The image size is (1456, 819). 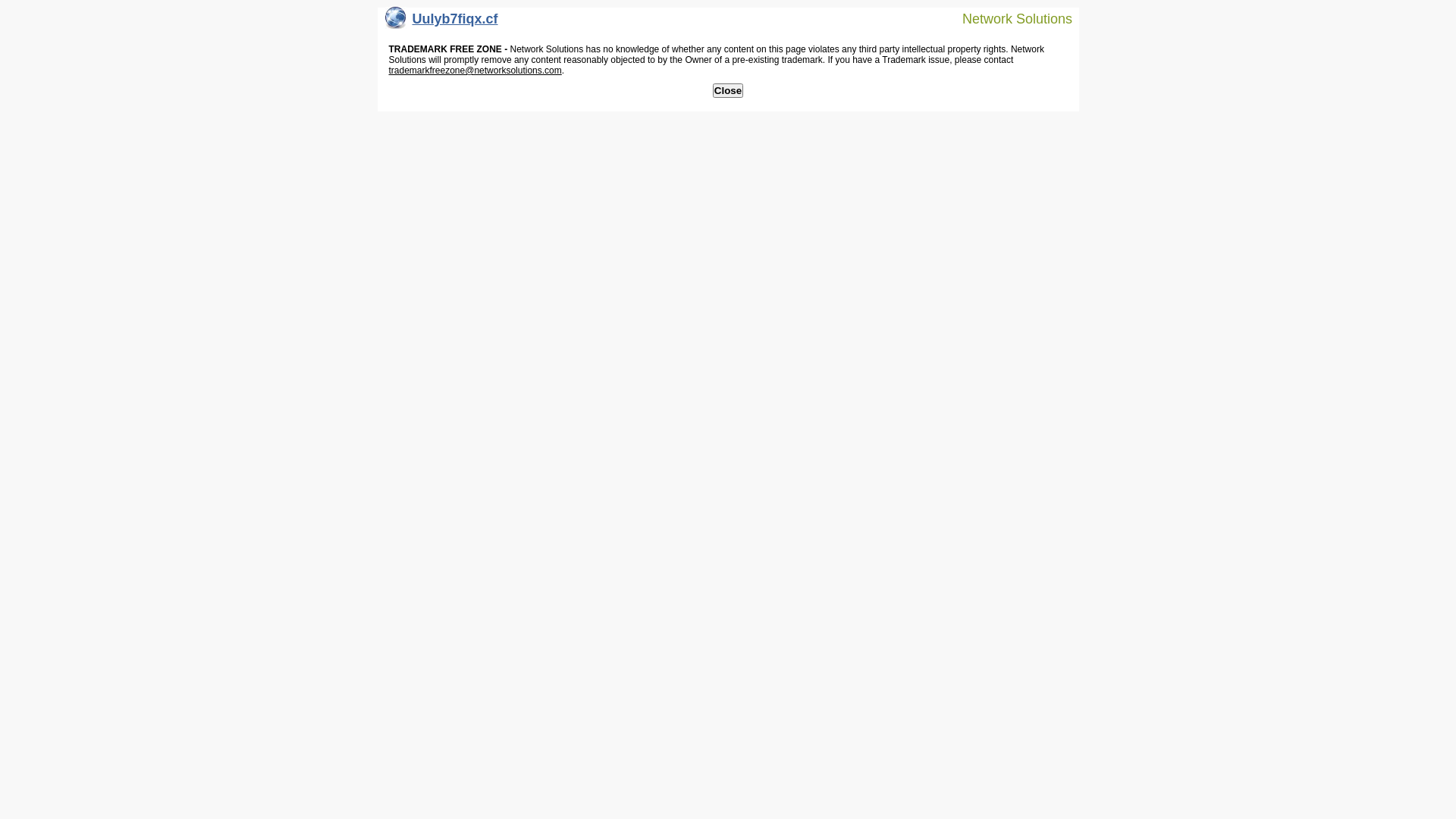 I want to click on 'Close', so click(x=712, y=90).